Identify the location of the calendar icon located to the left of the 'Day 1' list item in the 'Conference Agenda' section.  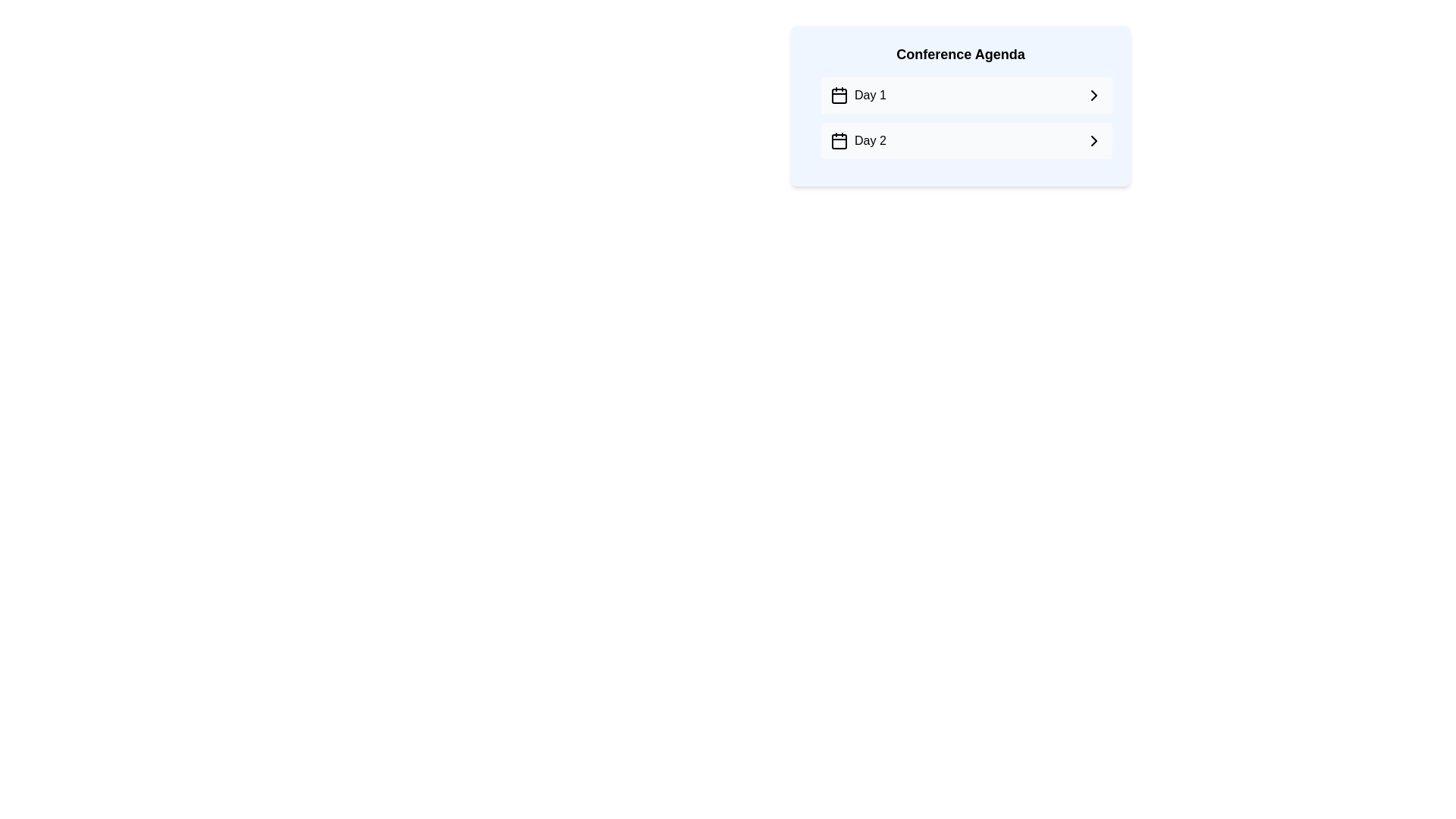
(839, 96).